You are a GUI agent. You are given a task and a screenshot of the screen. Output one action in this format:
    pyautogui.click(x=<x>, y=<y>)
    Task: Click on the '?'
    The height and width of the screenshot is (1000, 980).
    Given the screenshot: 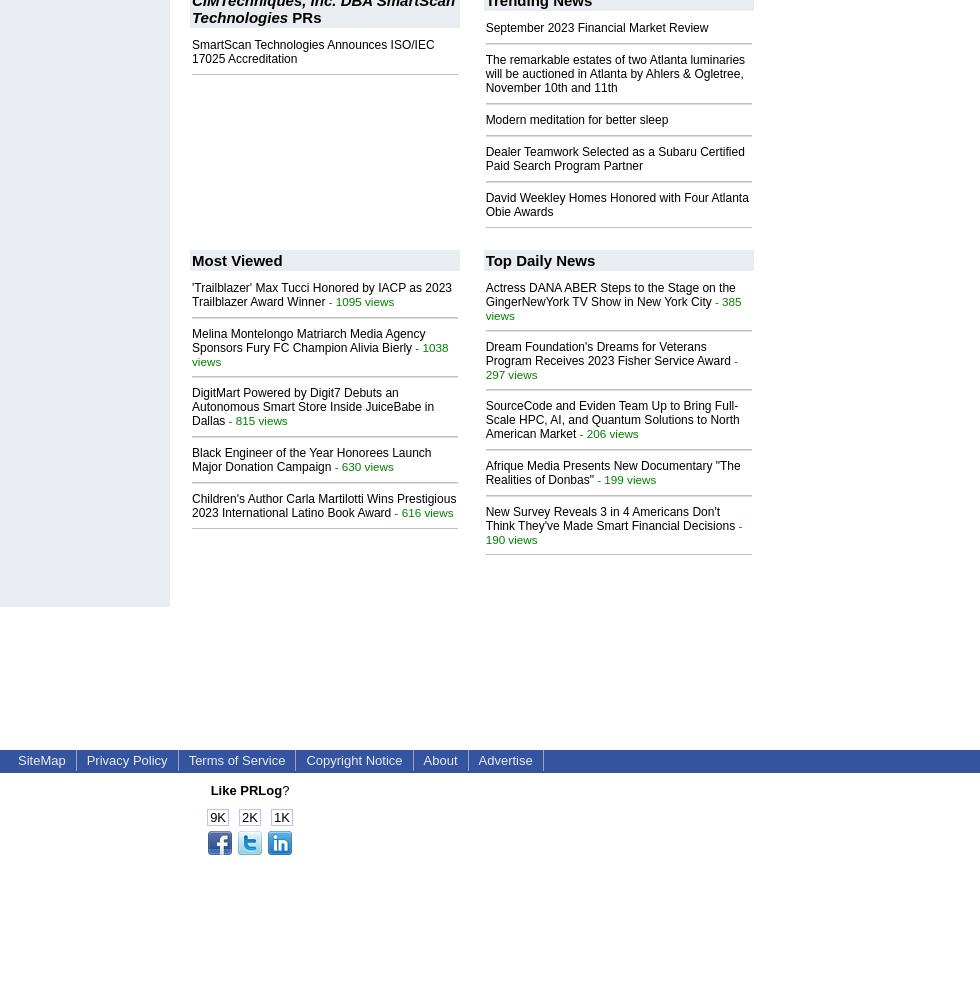 What is the action you would take?
    pyautogui.click(x=285, y=790)
    